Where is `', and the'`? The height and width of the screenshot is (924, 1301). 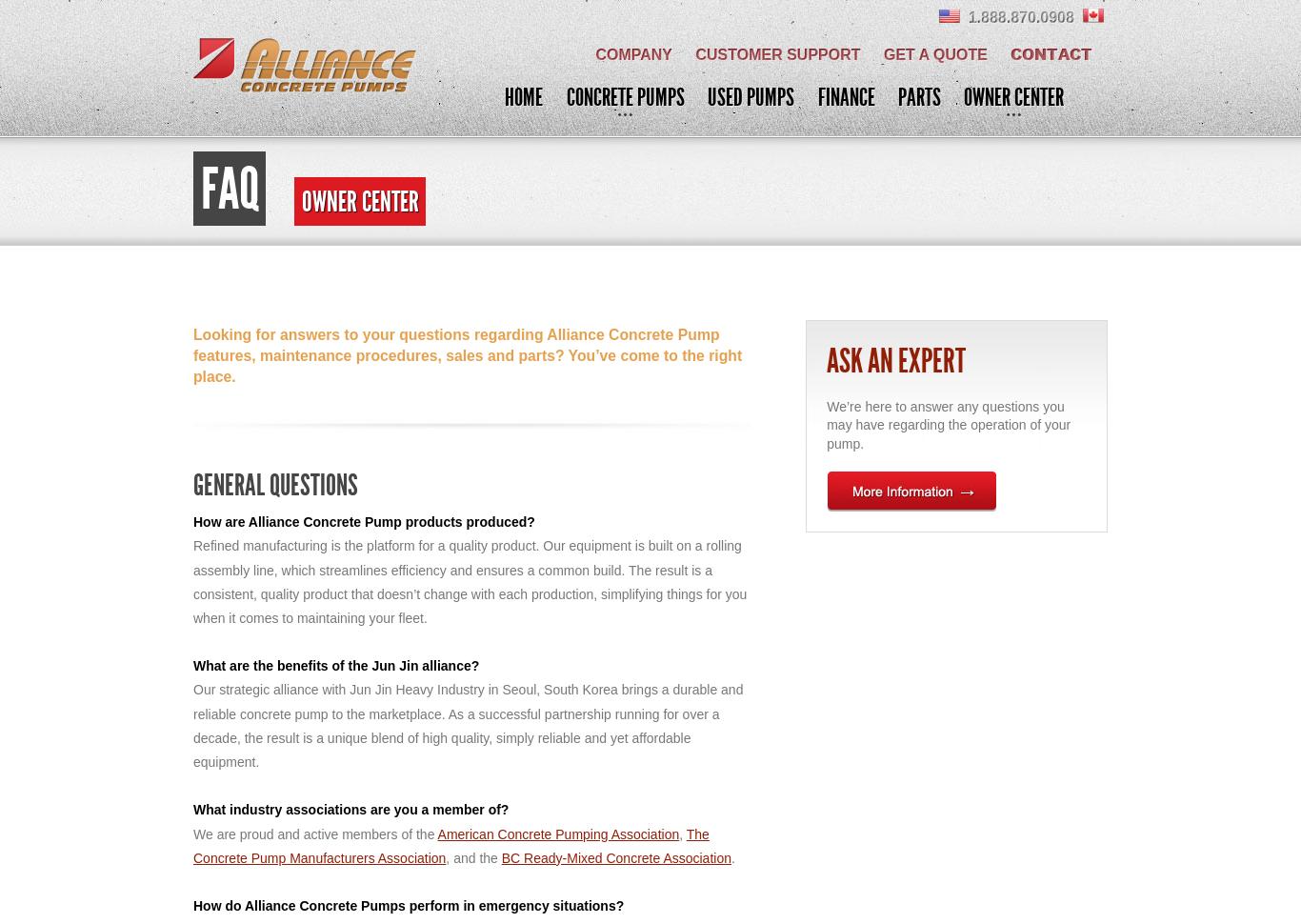
', and the' is located at coordinates (472, 856).